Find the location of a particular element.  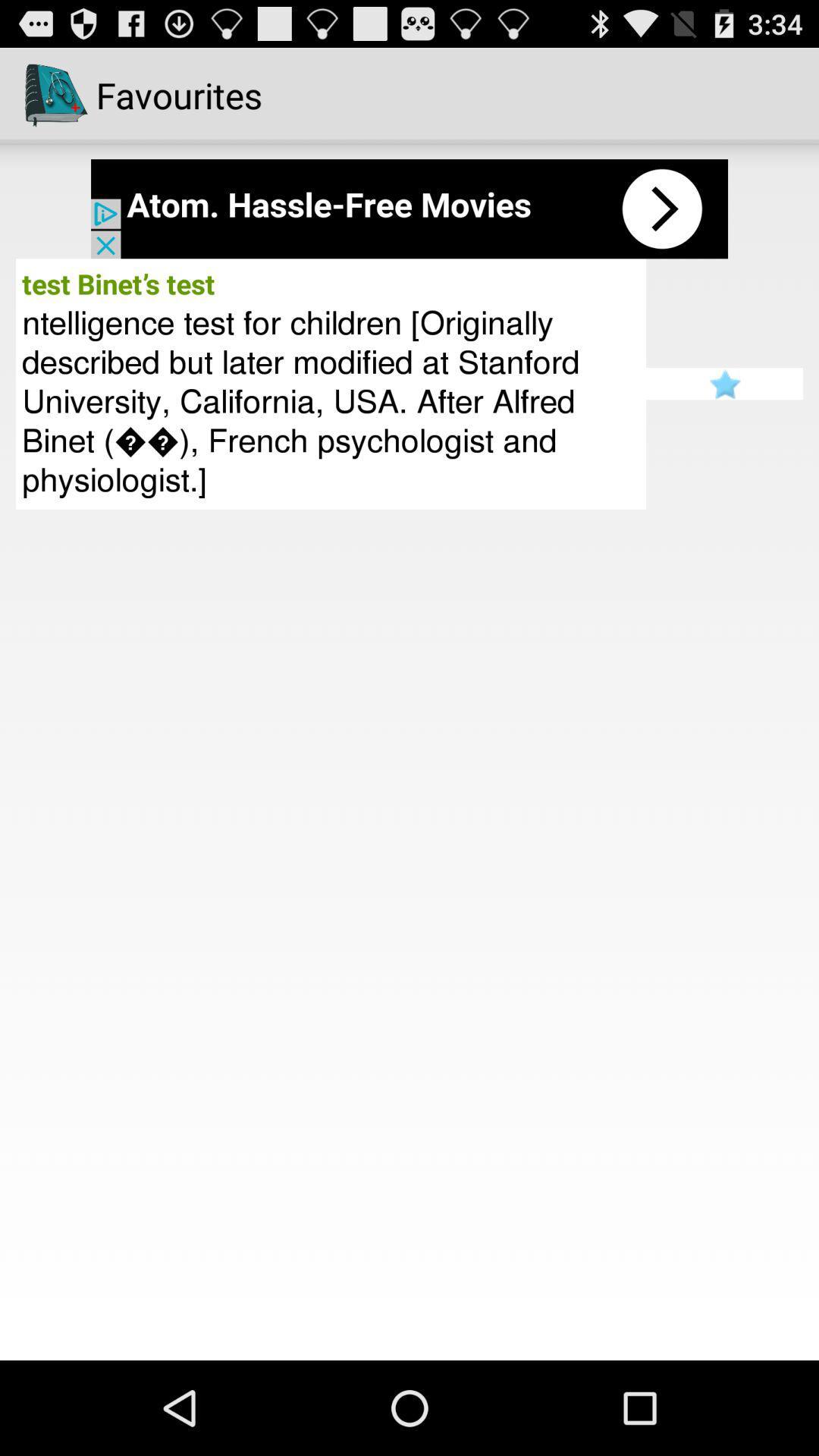

to favorites is located at coordinates (723, 384).